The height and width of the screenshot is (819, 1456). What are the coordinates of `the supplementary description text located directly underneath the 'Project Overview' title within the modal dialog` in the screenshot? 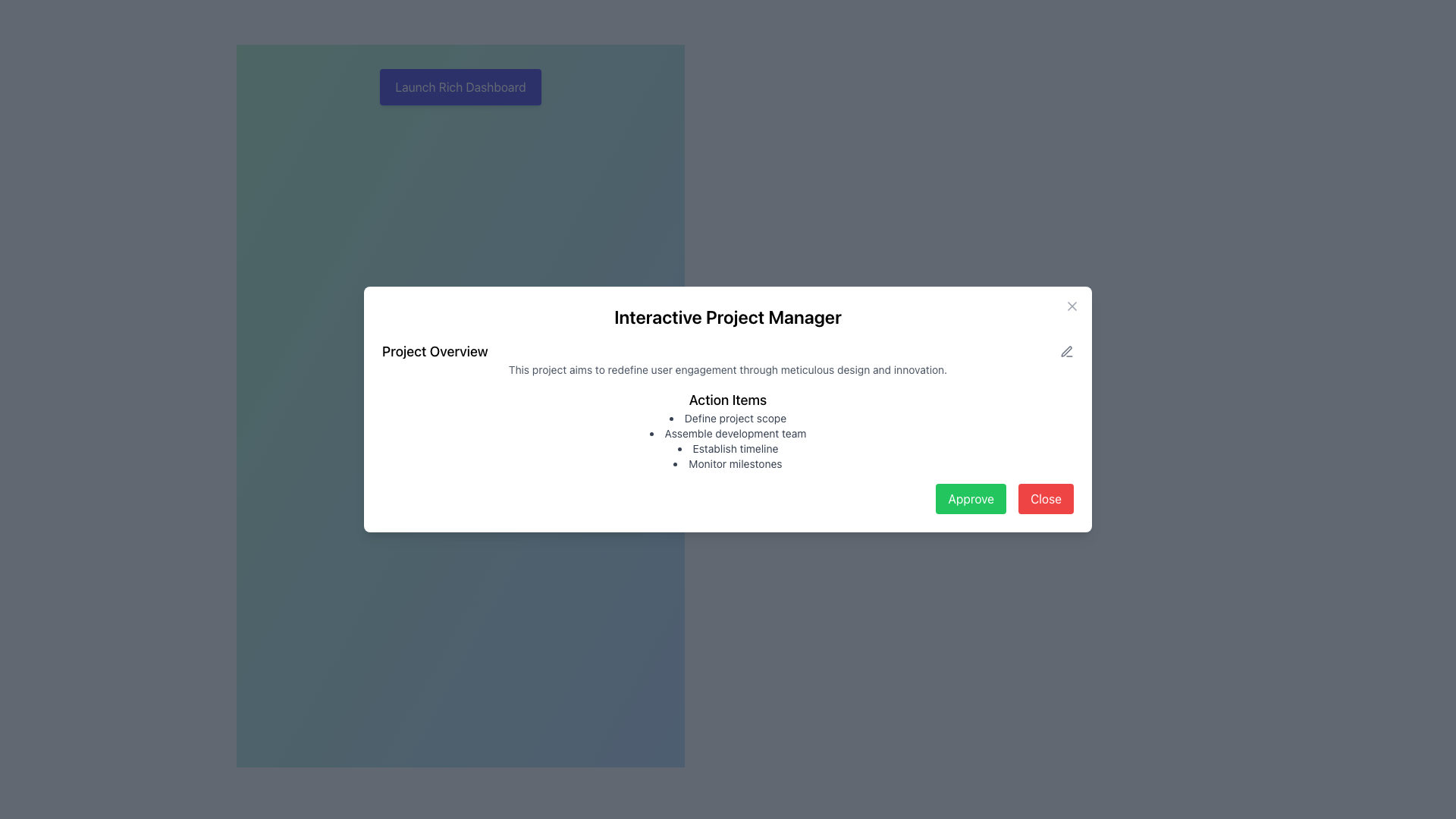 It's located at (728, 370).